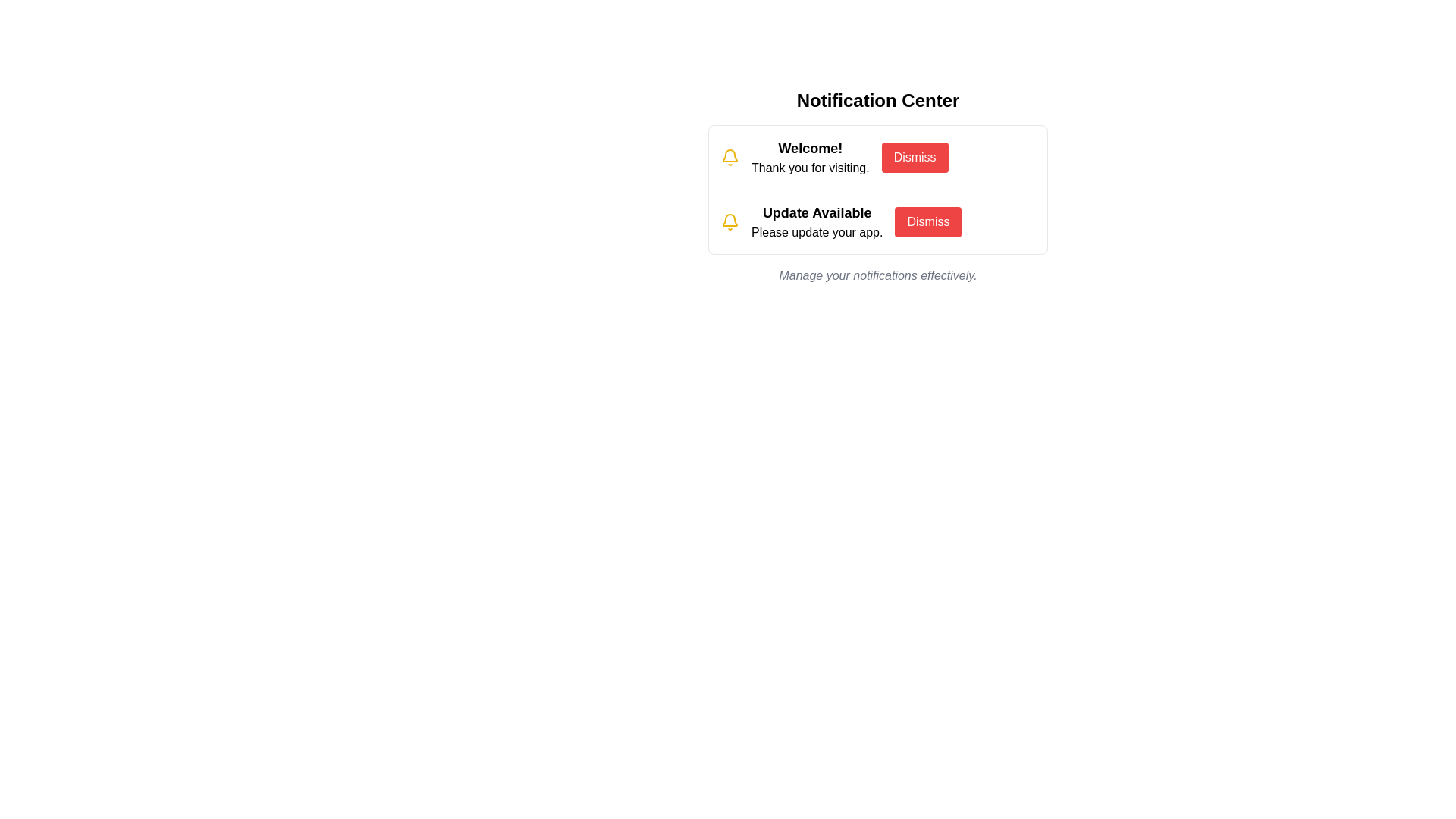 This screenshot has height=819, width=1456. Describe the element at coordinates (809, 149) in the screenshot. I see `the 'Welcome!' text label, which serves as the title of the notification and is positioned directly above the 'Thank you for visiting.' text` at that location.